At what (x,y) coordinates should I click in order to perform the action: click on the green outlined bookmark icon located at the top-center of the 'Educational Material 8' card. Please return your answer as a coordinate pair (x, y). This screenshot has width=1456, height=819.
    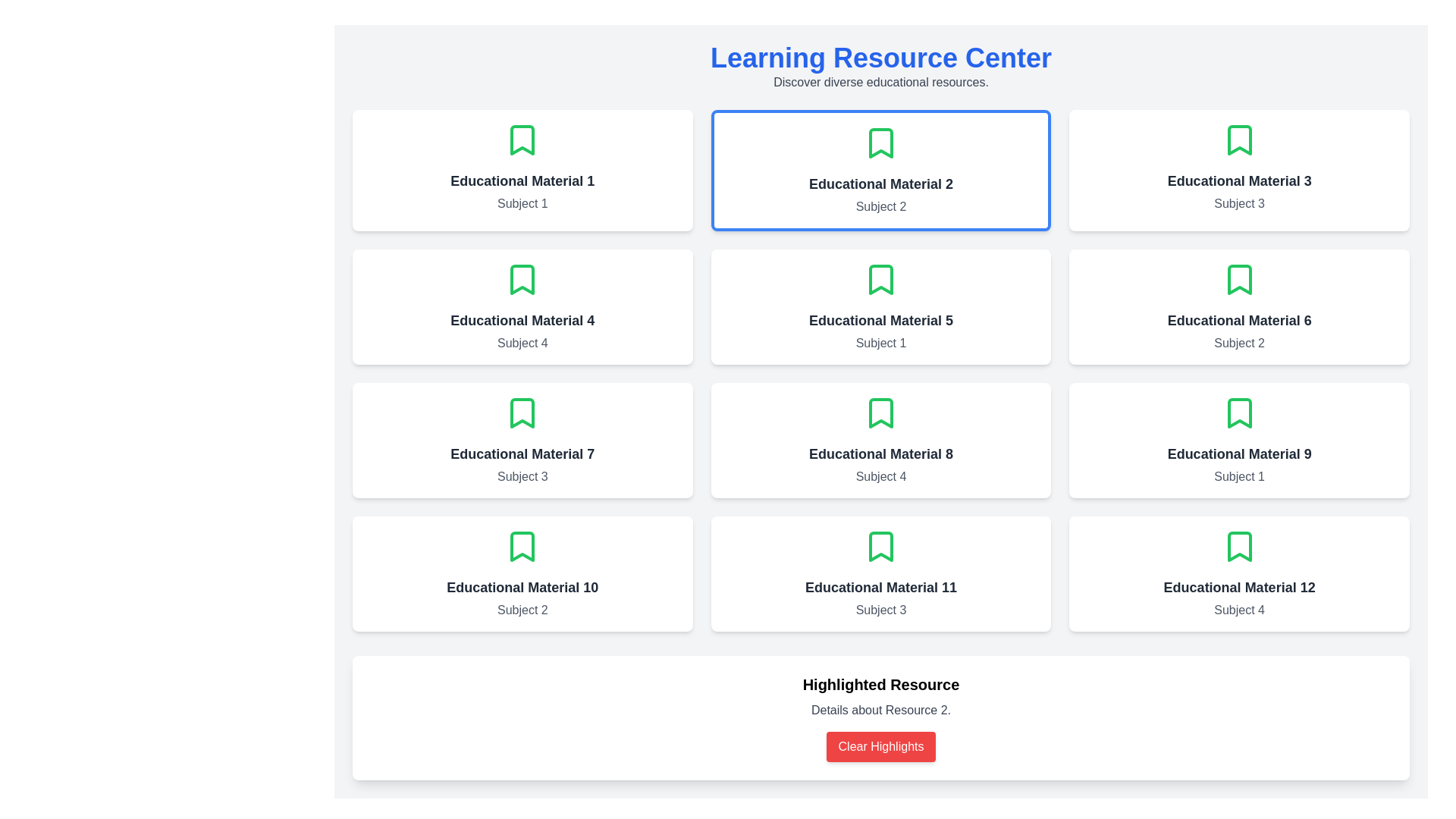
    Looking at the image, I should click on (880, 413).